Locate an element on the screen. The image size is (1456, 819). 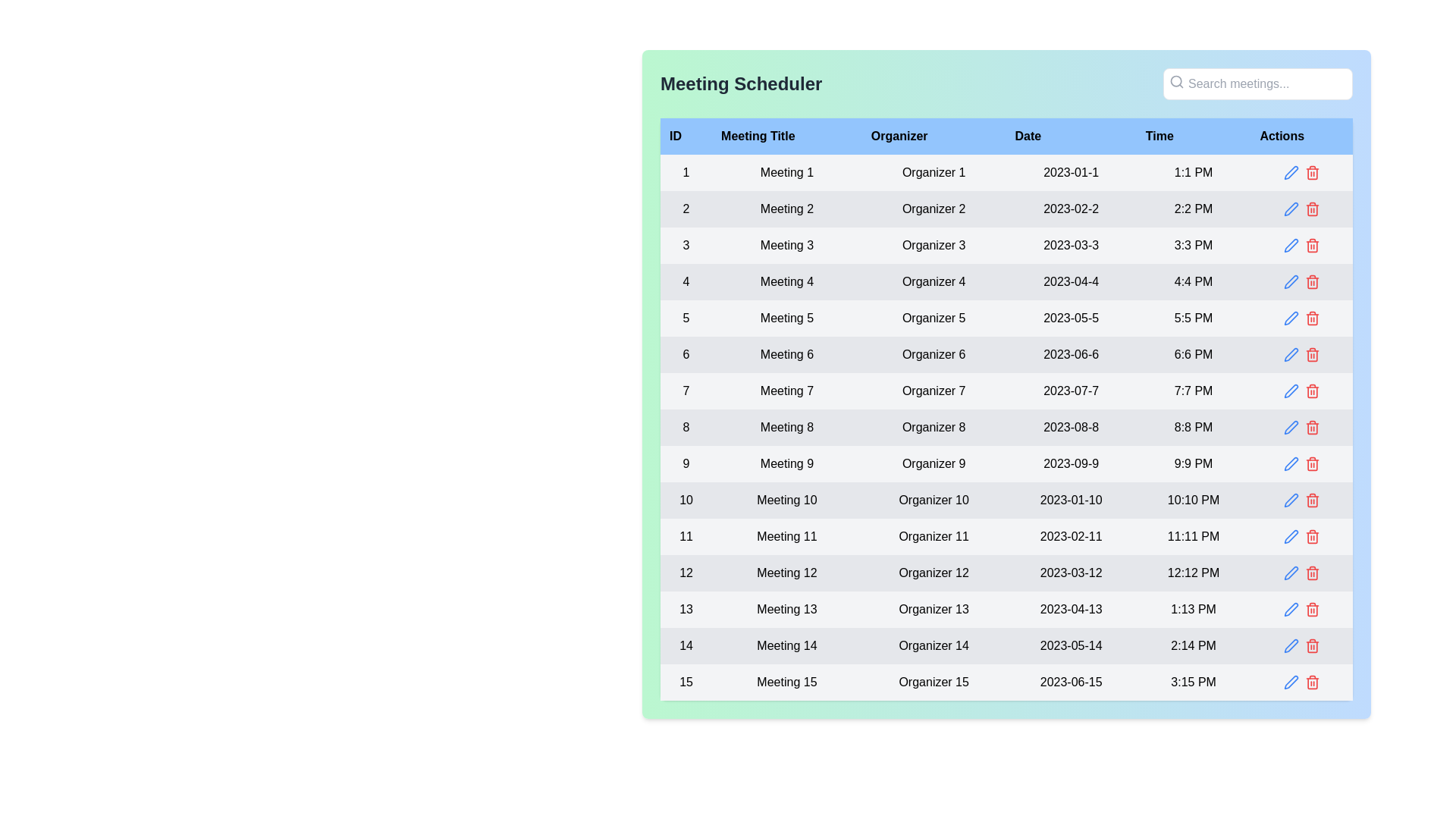
the Edit icon button located in the third row of the table within the Actions column is located at coordinates (1290, 245).